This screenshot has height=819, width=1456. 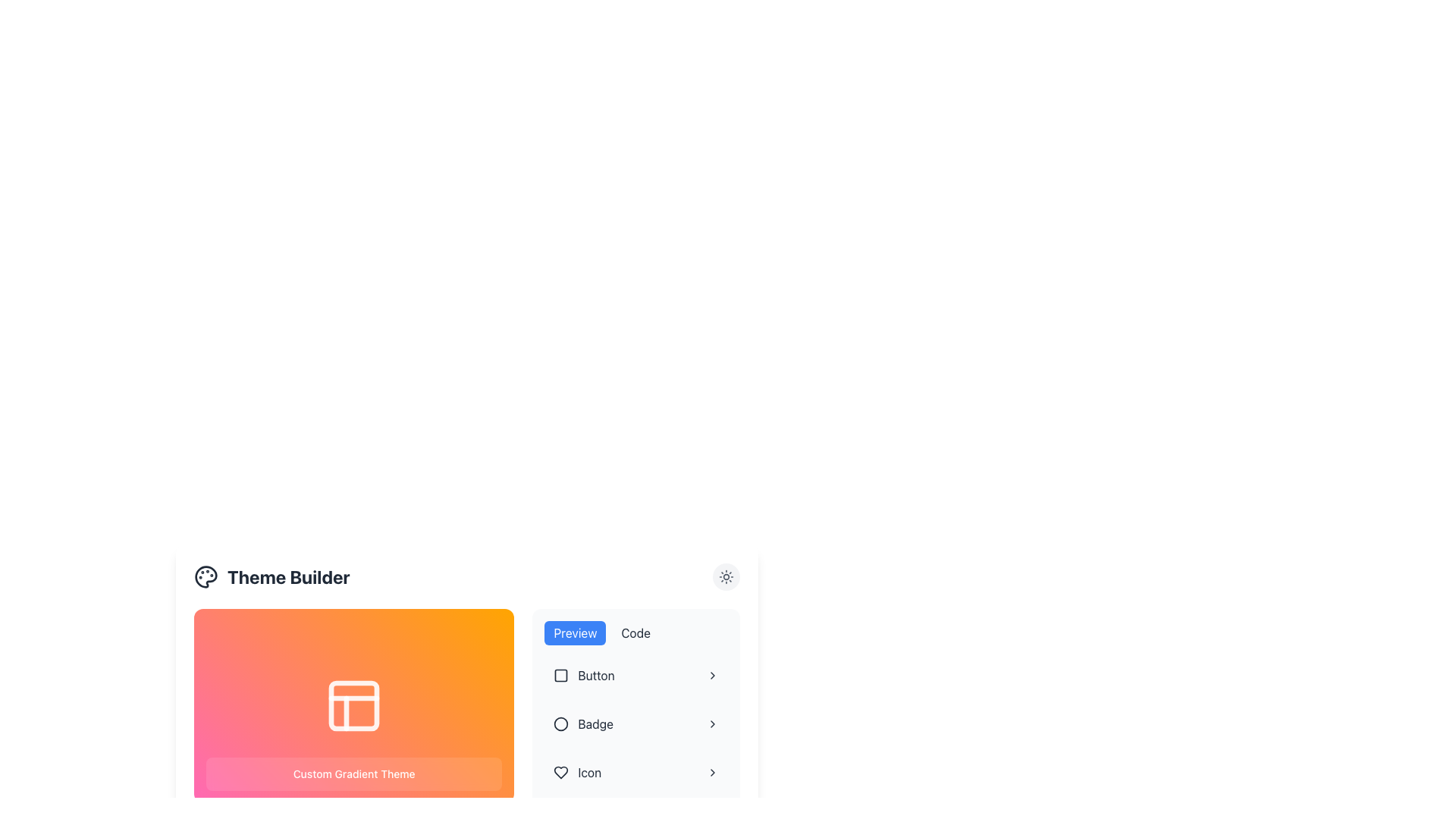 What do you see at coordinates (560, 772) in the screenshot?
I see `the heart-shaped icon indicating a favorite or like feature, located in the bottom part of the right-hand panel beneath options such as 'Button' and 'Badge', which is the third item in a vertical list of icons` at bounding box center [560, 772].